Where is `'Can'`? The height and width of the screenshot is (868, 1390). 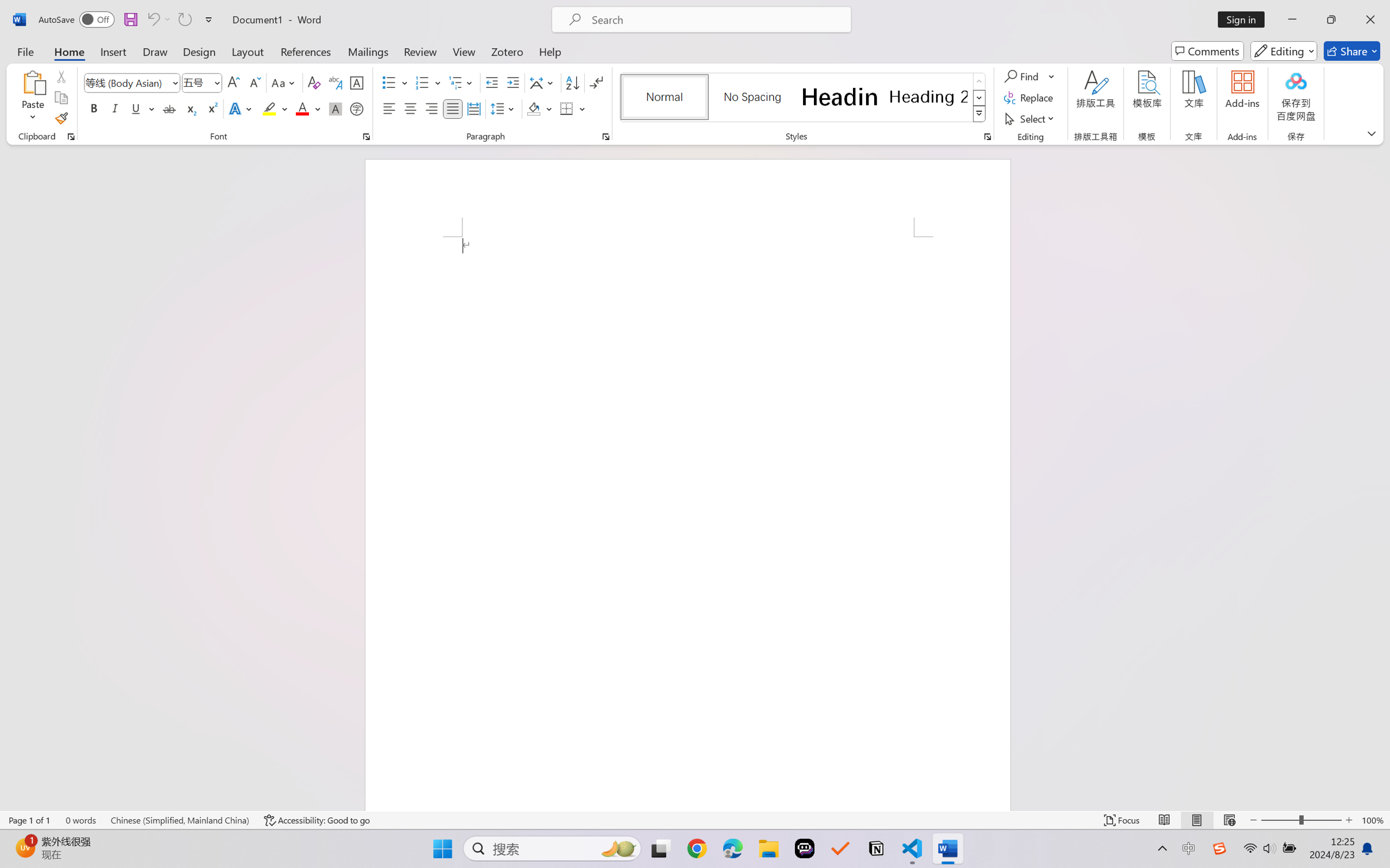
'Can' is located at coordinates (152, 19).